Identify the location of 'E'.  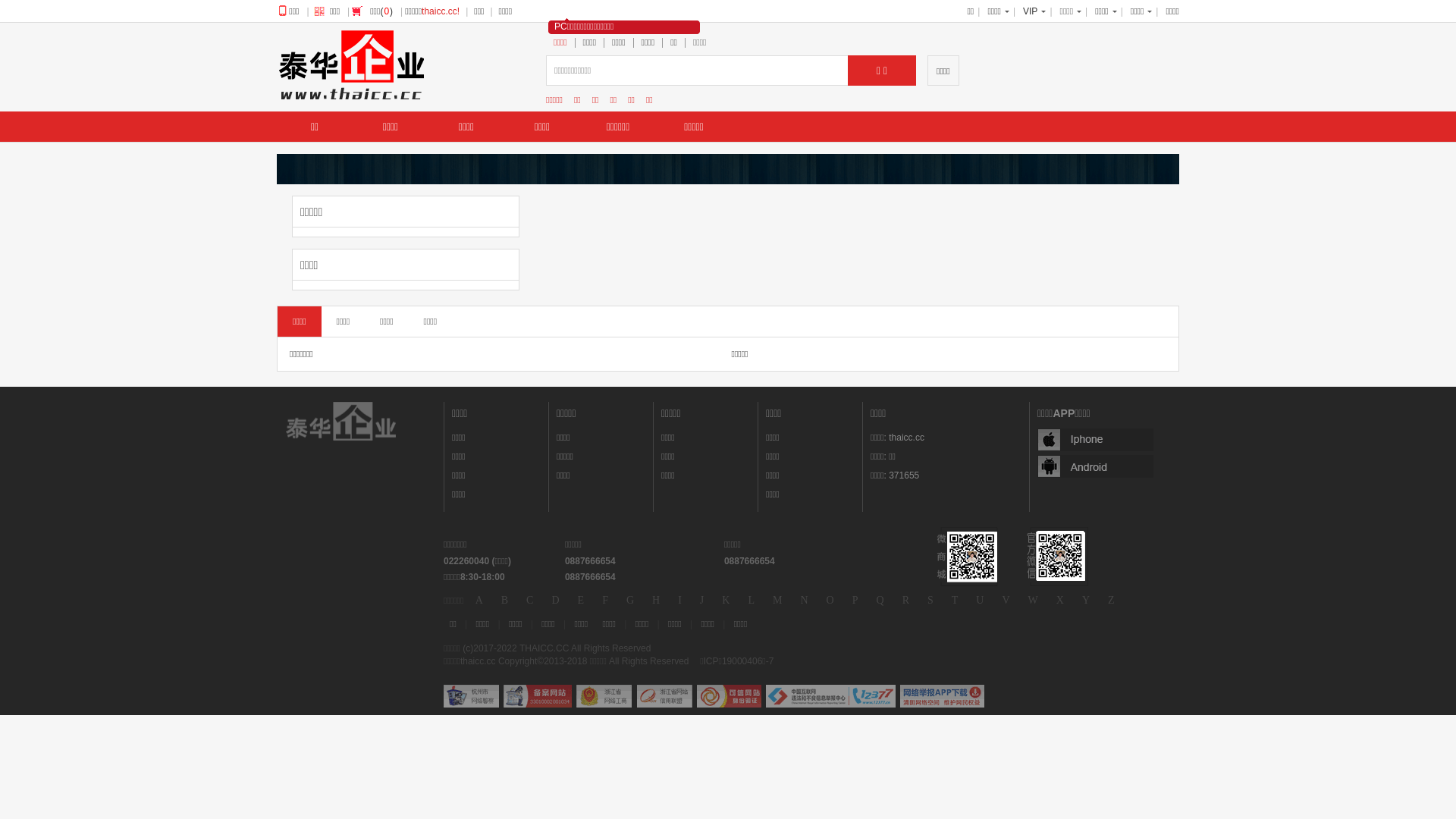
(572, 599).